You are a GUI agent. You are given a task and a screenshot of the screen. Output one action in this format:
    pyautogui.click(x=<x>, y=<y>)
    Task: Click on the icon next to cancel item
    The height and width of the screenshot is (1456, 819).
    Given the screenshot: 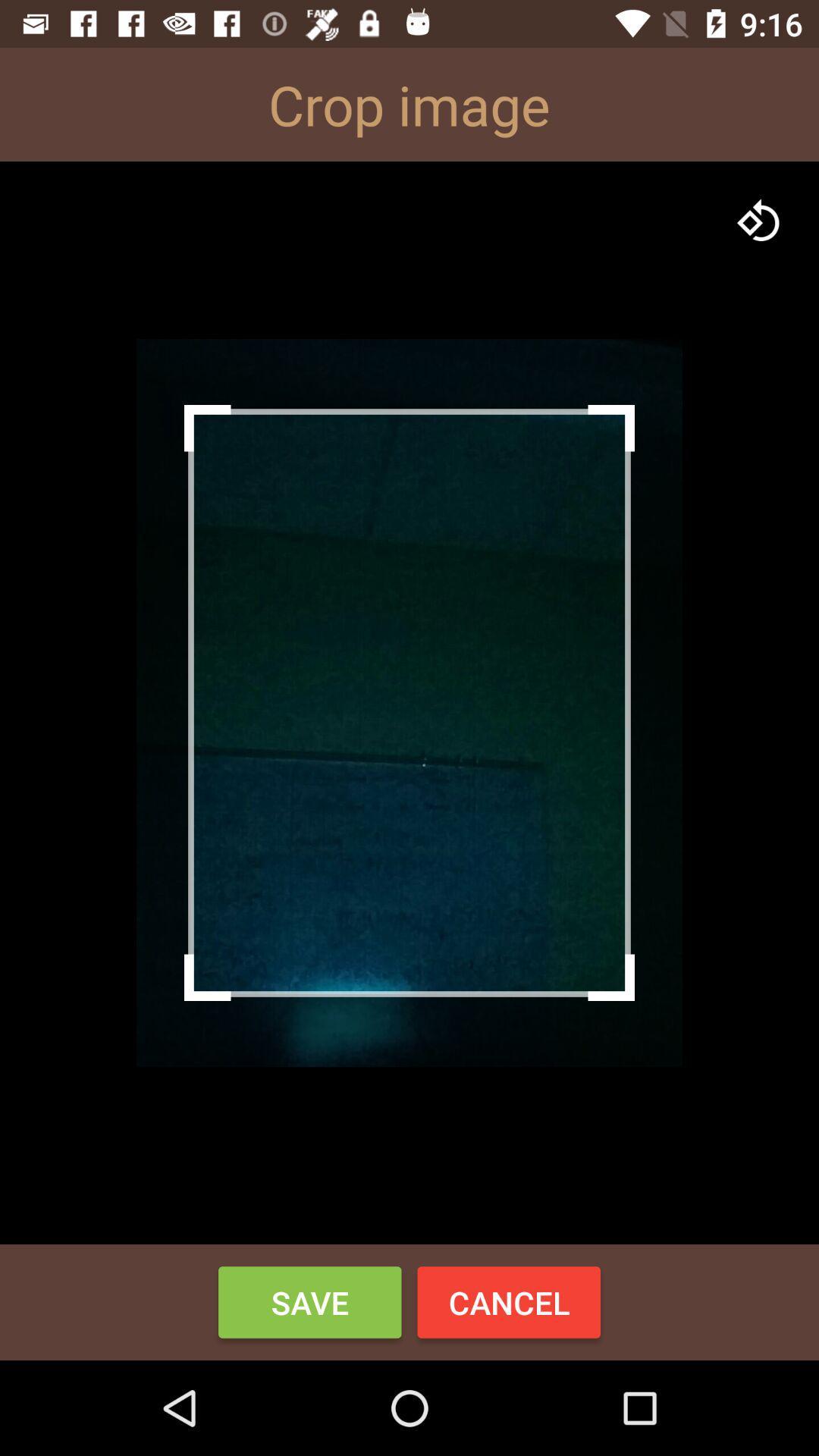 What is the action you would take?
    pyautogui.click(x=309, y=1301)
    